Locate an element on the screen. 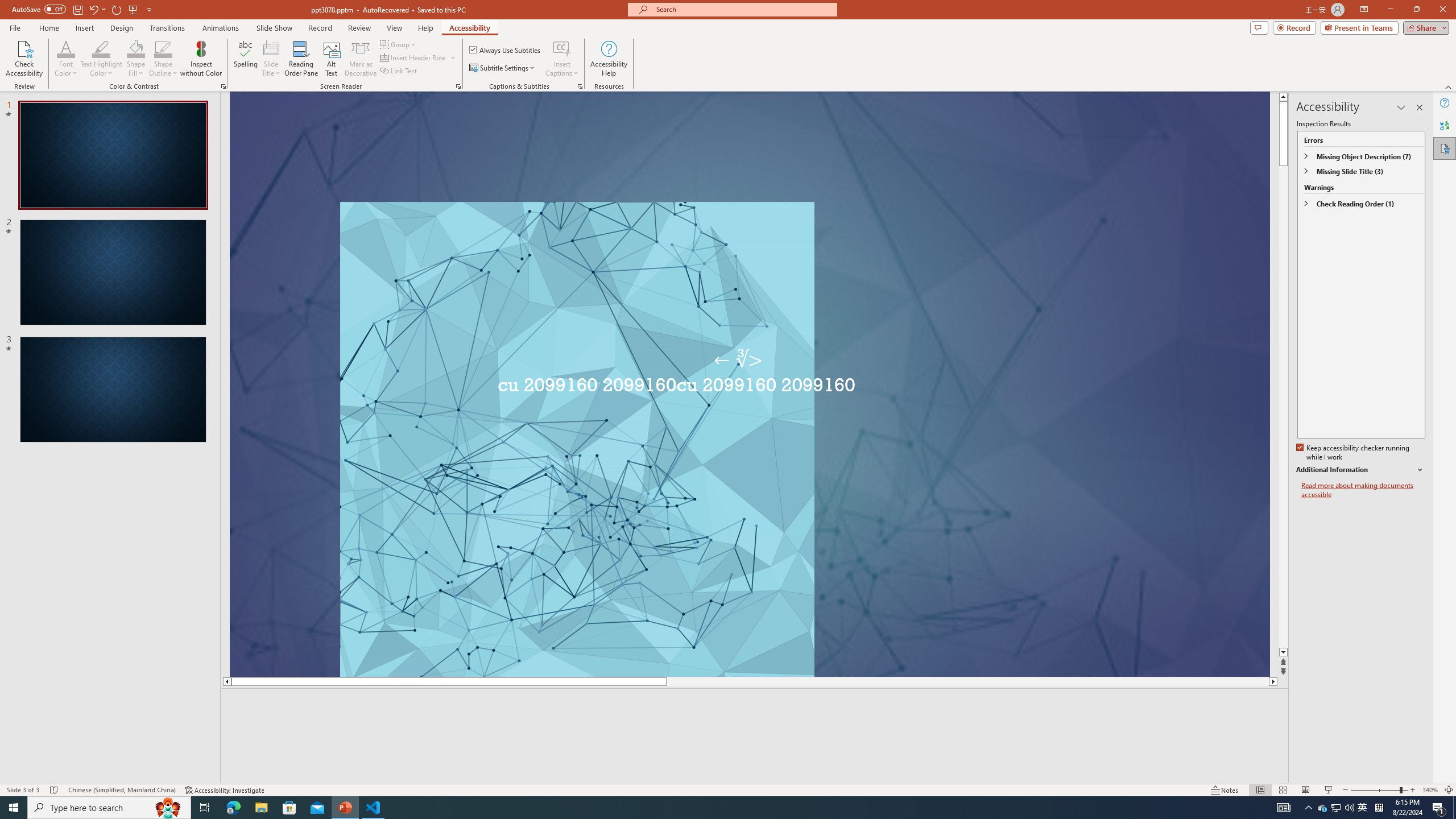 The image size is (1456, 819). 'Inspect without Color' is located at coordinates (201, 59).